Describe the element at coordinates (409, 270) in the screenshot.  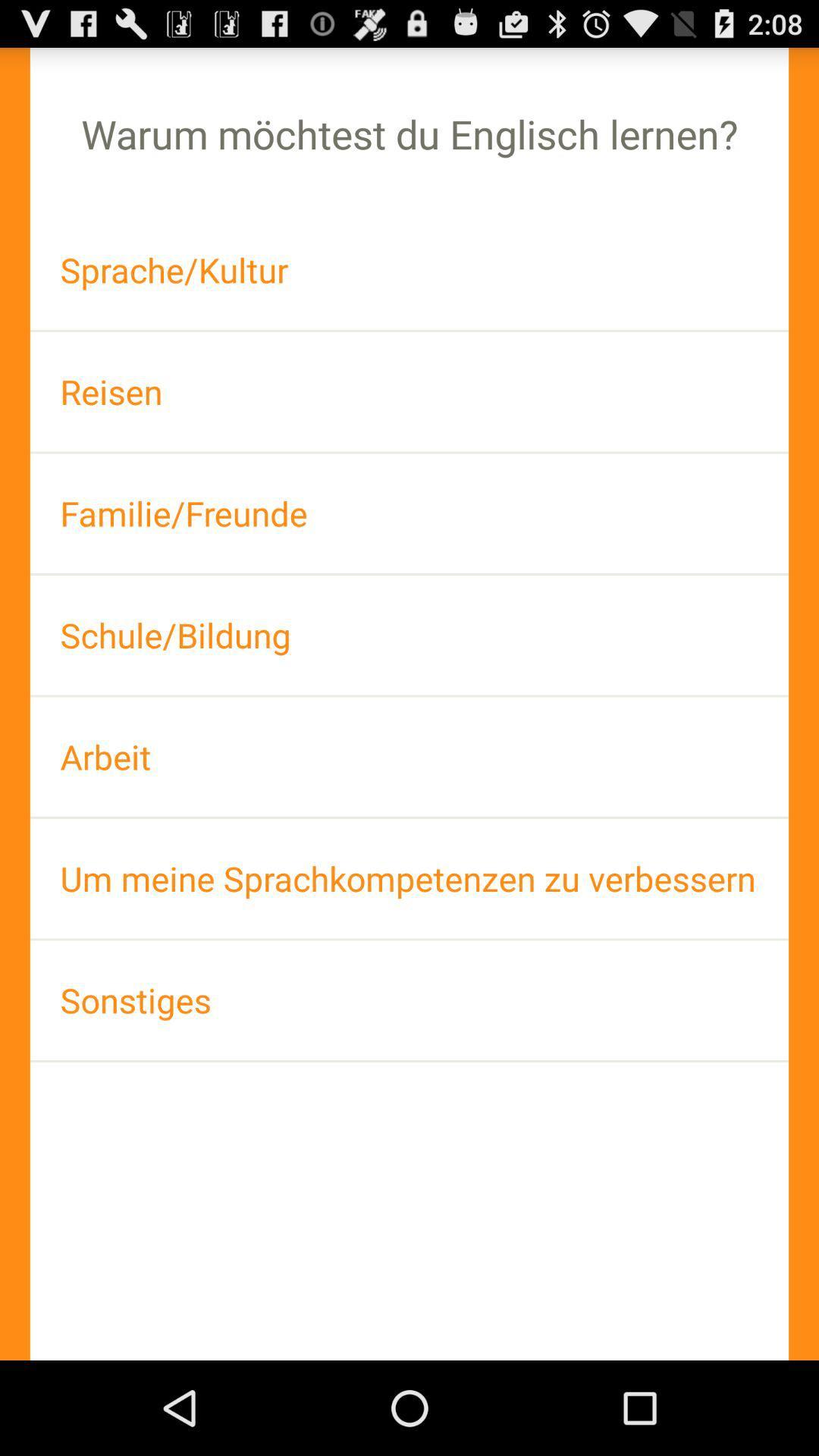
I see `the sprache/kultur` at that location.